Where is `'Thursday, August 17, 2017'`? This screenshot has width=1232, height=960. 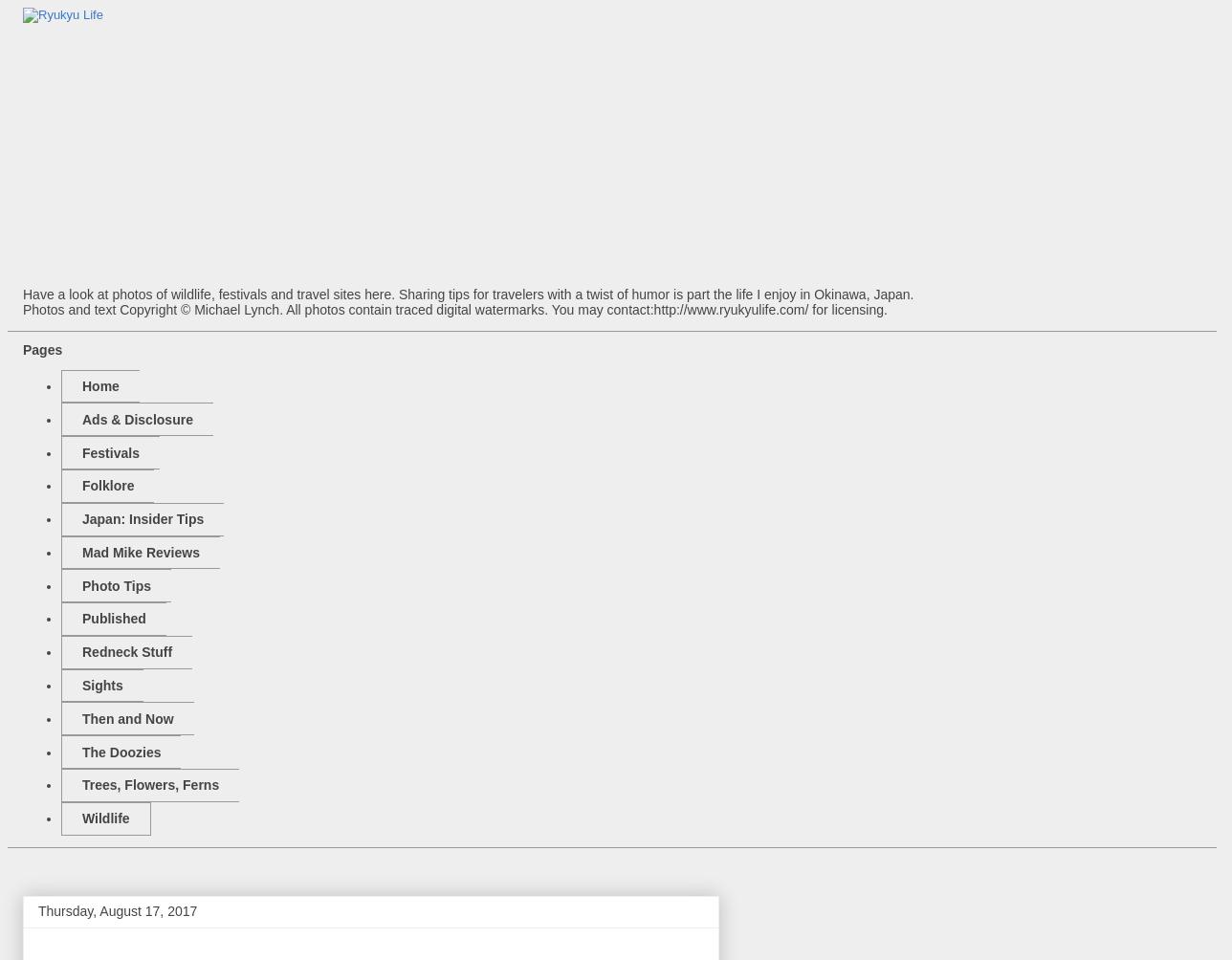 'Thursday, August 17, 2017' is located at coordinates (118, 908).